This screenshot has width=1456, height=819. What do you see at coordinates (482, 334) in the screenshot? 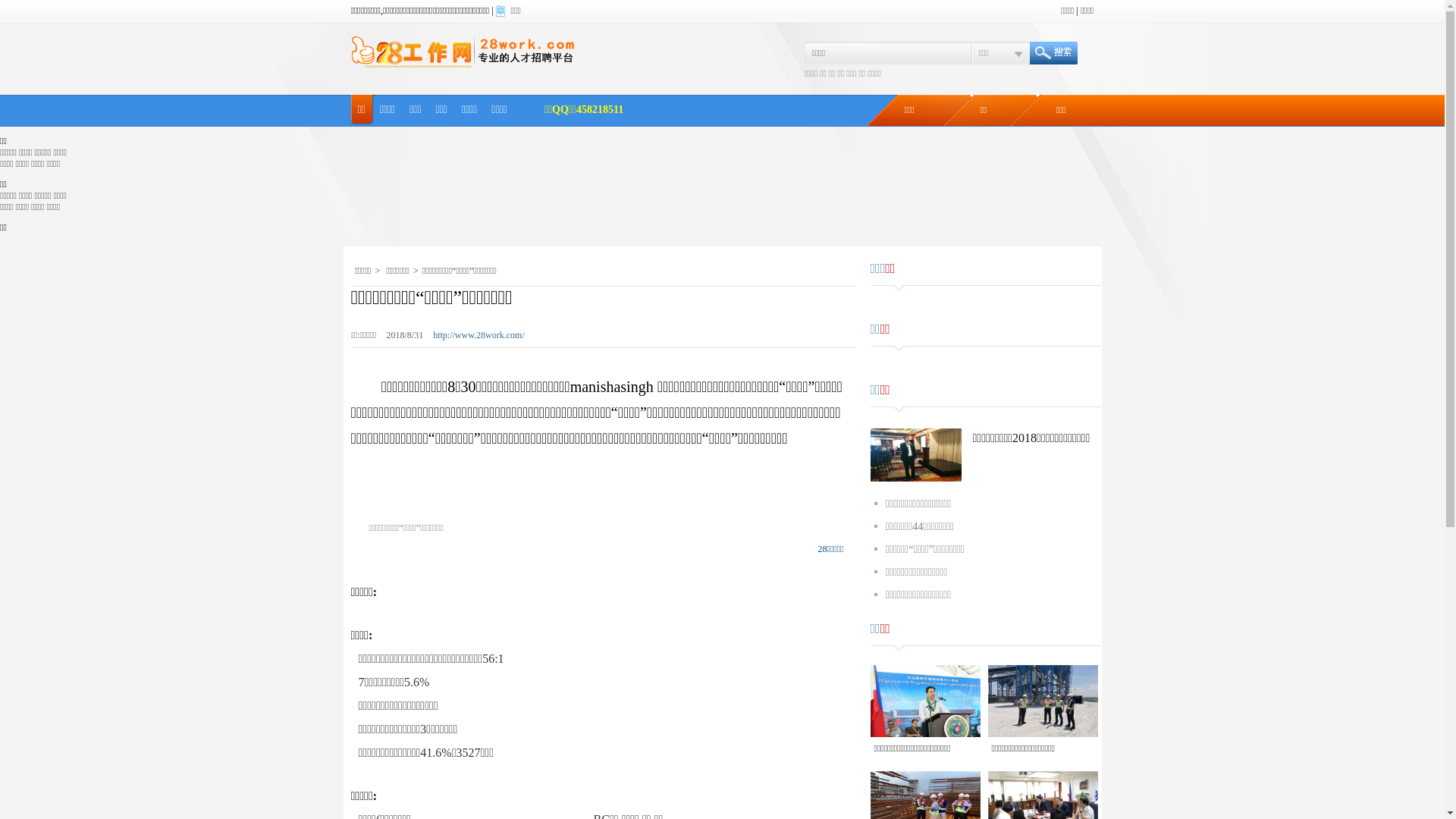
I see `'http://www.28work.com/'` at bounding box center [482, 334].